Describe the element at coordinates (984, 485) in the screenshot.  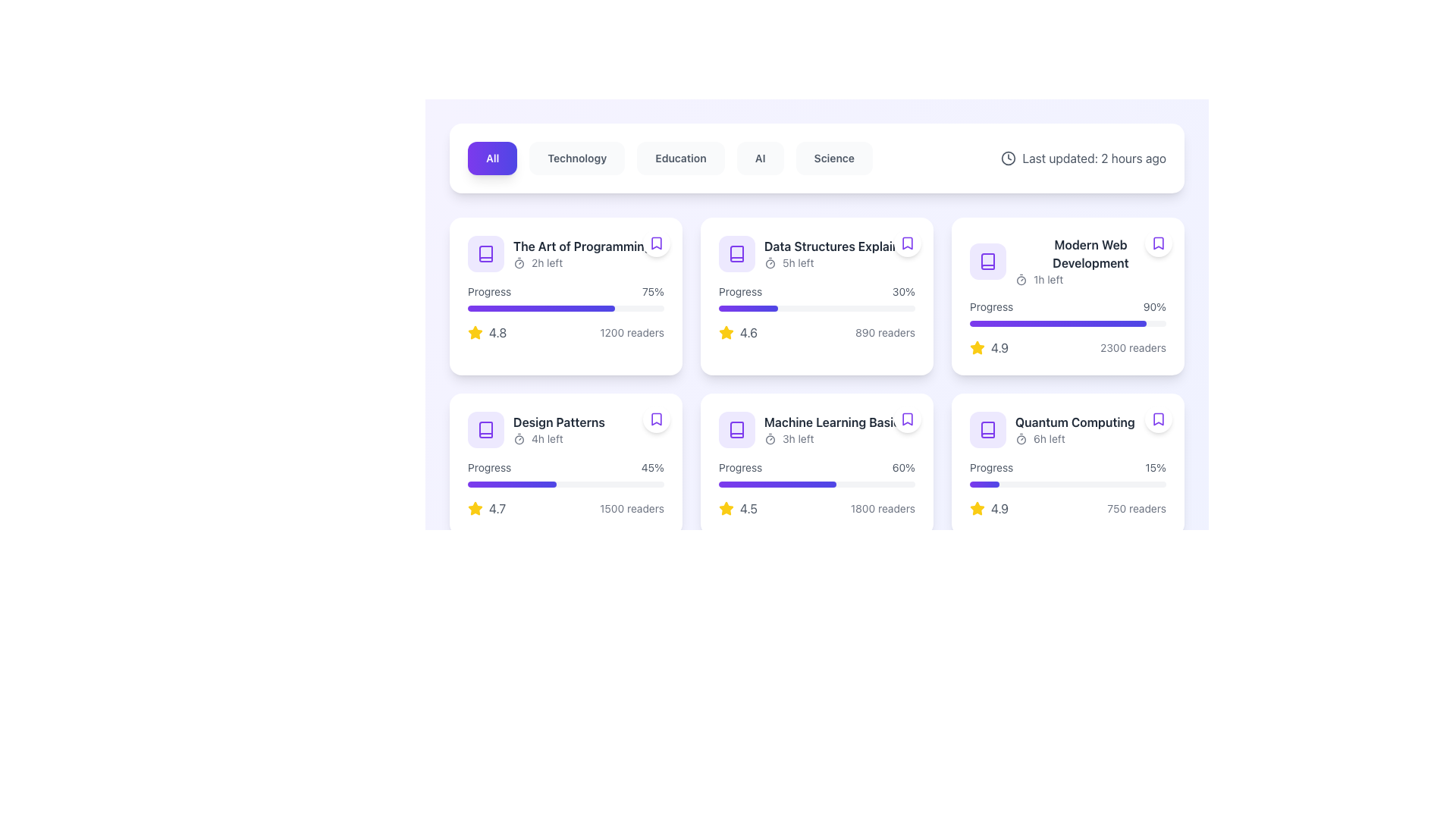
I see `the leftmost segment of the progress bar under the 'Quantum Computing' card, which has a gradient color from violet to indigo and is located in the bottom-right corner of the grid layout` at that location.